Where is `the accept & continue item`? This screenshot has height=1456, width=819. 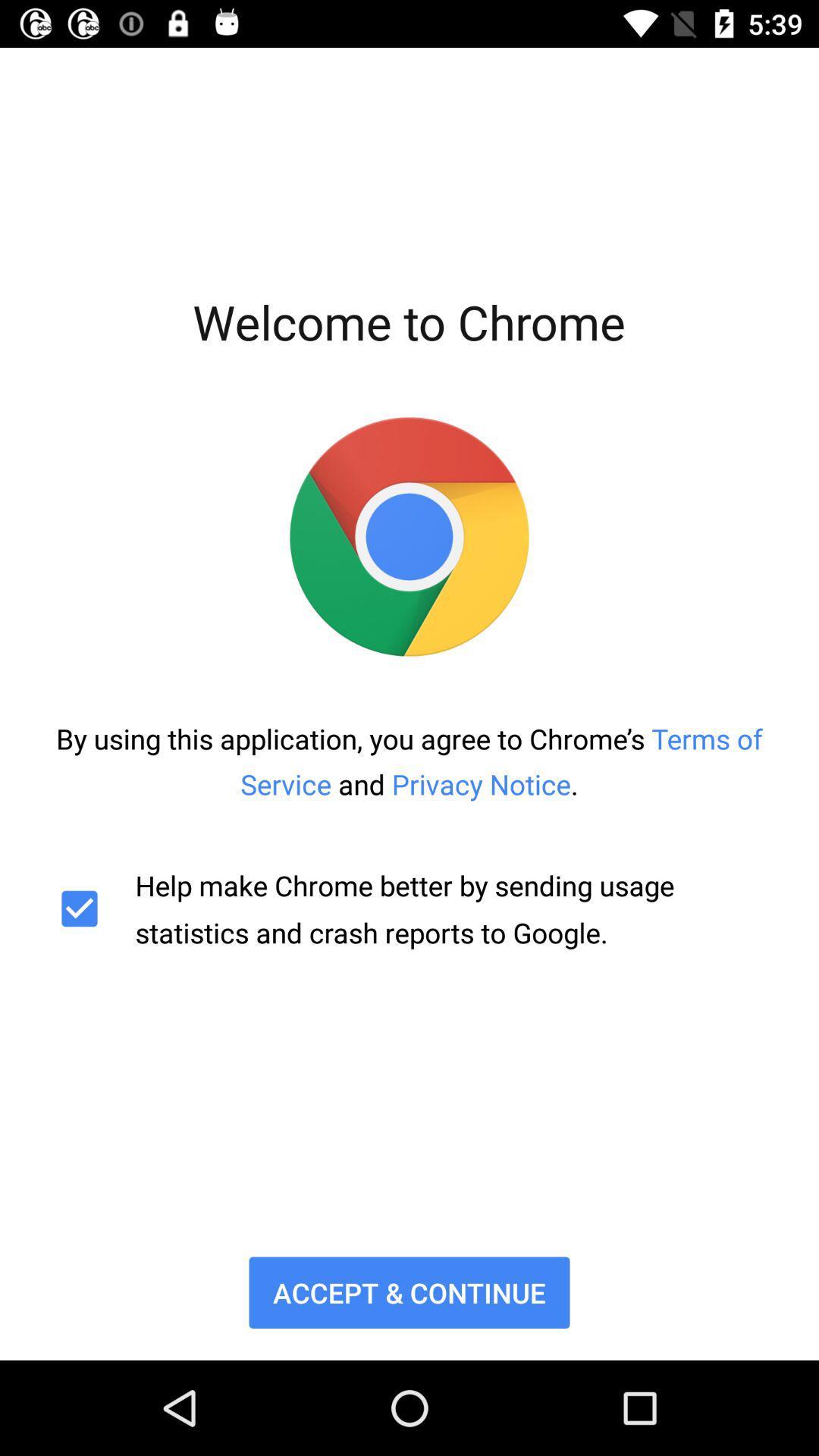 the accept & continue item is located at coordinates (409, 1291).